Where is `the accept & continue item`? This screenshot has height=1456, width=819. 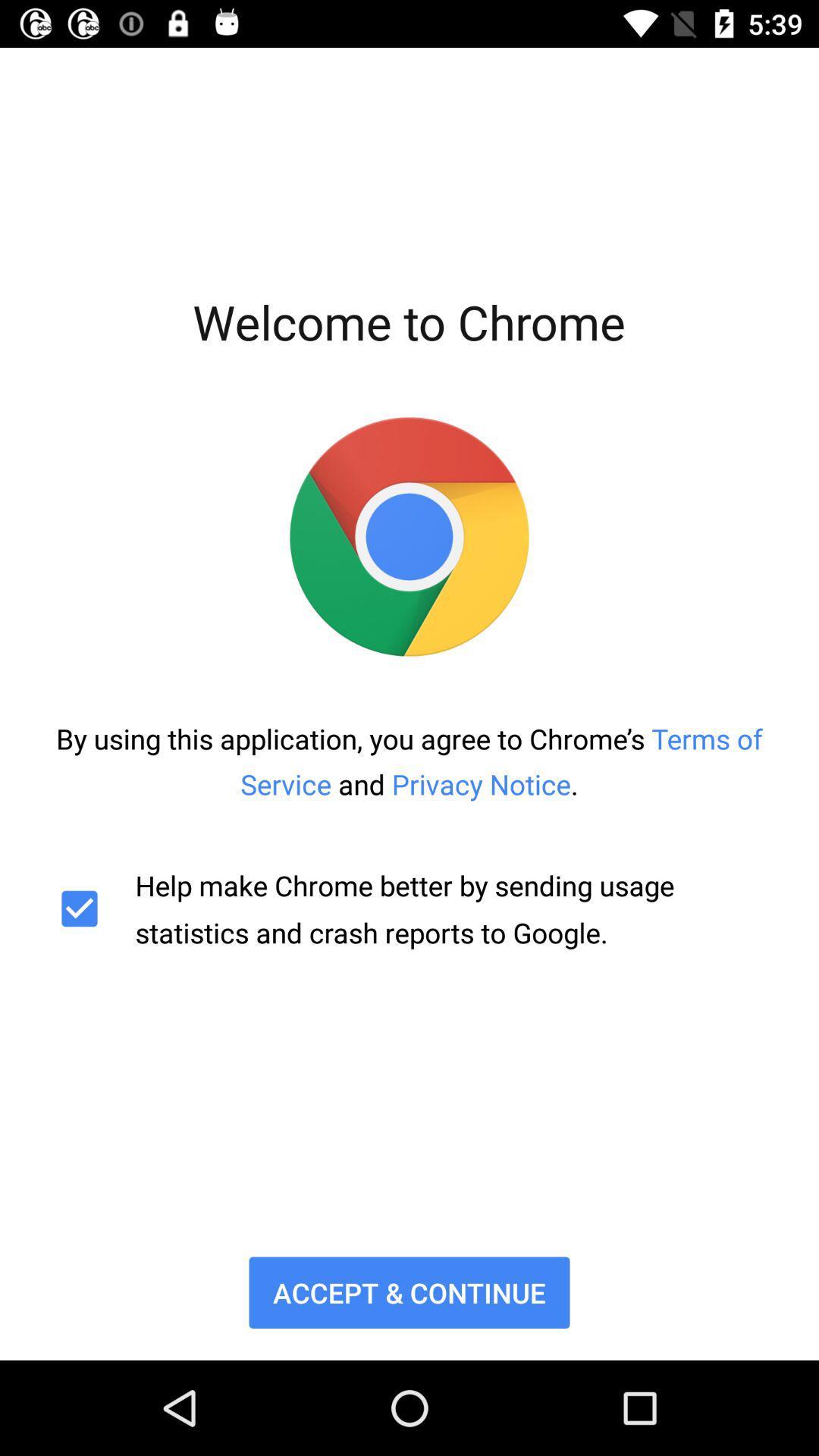 the accept & continue item is located at coordinates (409, 1291).